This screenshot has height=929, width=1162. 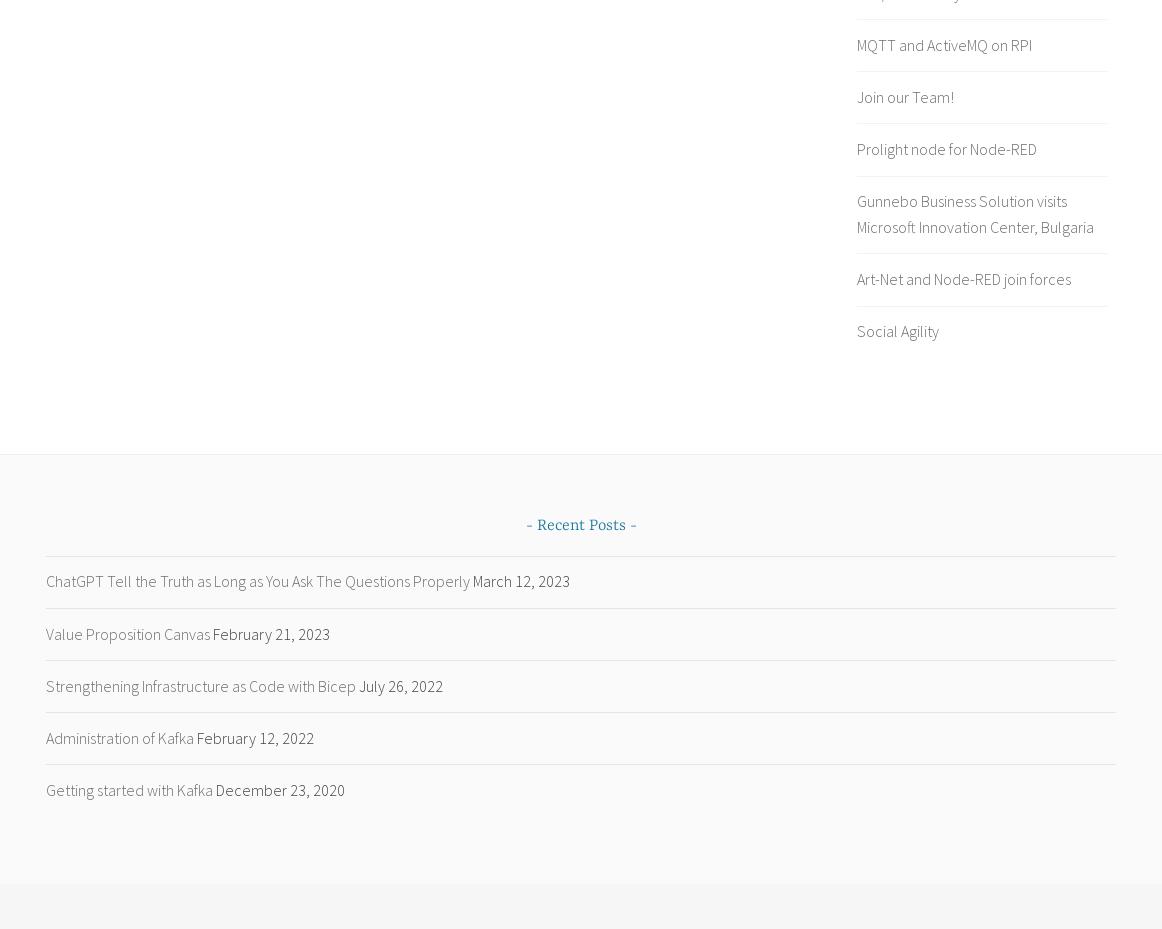 What do you see at coordinates (400, 685) in the screenshot?
I see `'July 26, 2022'` at bounding box center [400, 685].